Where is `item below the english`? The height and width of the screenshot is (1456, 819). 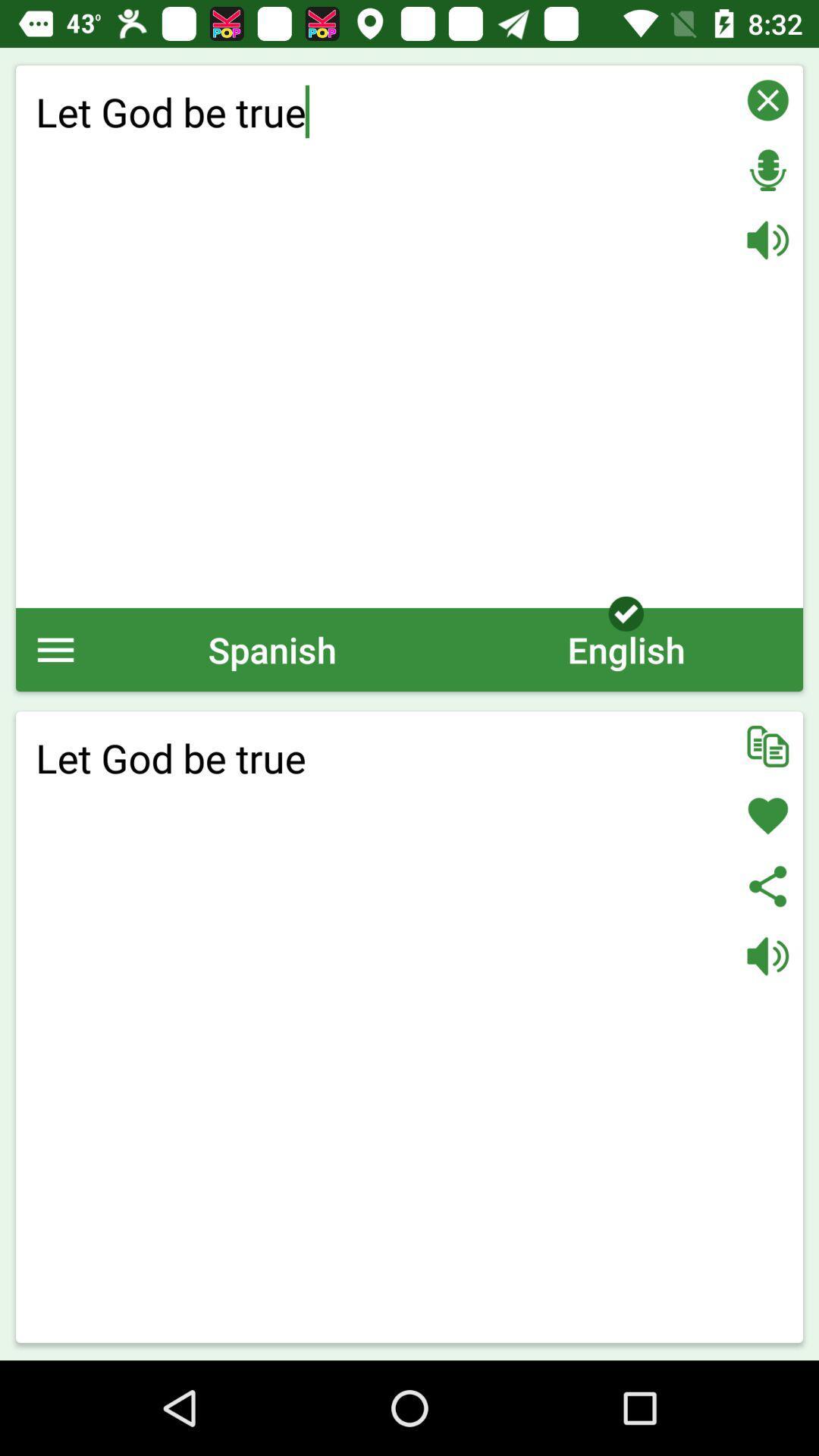 item below the english is located at coordinates (767, 746).